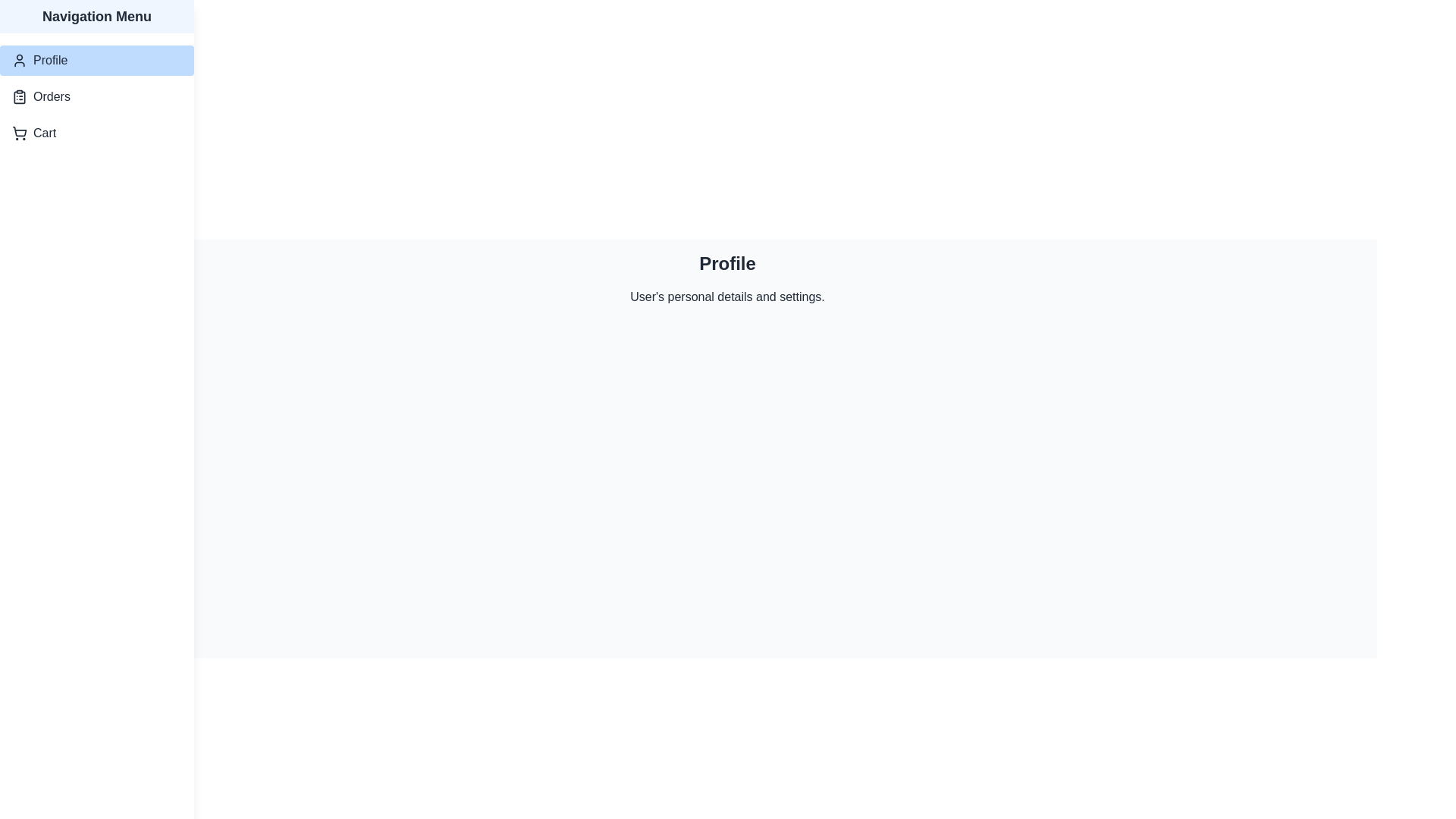 This screenshot has height=819, width=1456. What do you see at coordinates (19, 60) in the screenshot?
I see `the user icon element, which is a minimalistic representation with a circular head and curved shoulders, located in the top-left navigation menu and positioned to the left of the 'Profile' text` at bounding box center [19, 60].